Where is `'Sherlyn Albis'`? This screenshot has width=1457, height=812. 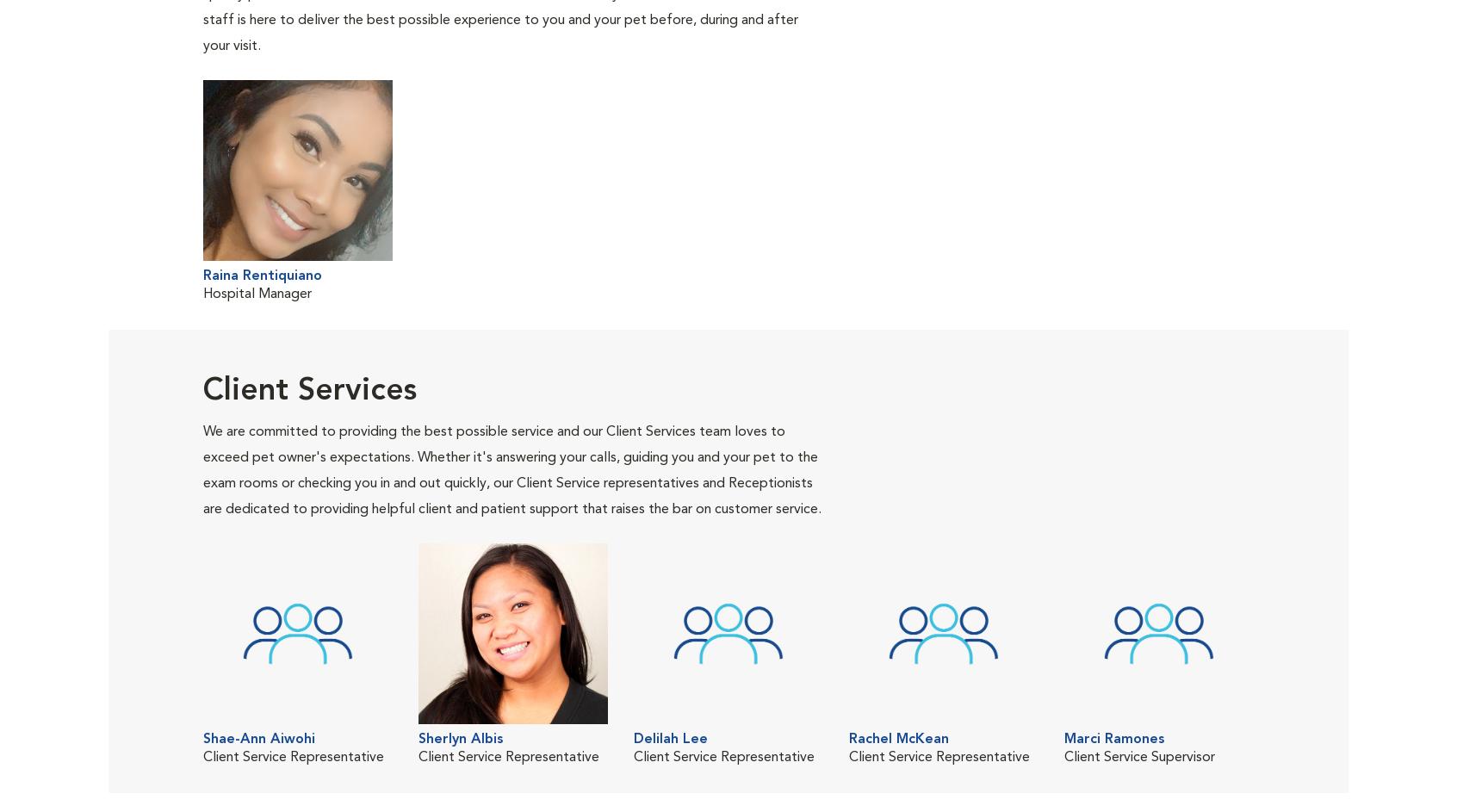
'Sherlyn Albis' is located at coordinates (461, 739).